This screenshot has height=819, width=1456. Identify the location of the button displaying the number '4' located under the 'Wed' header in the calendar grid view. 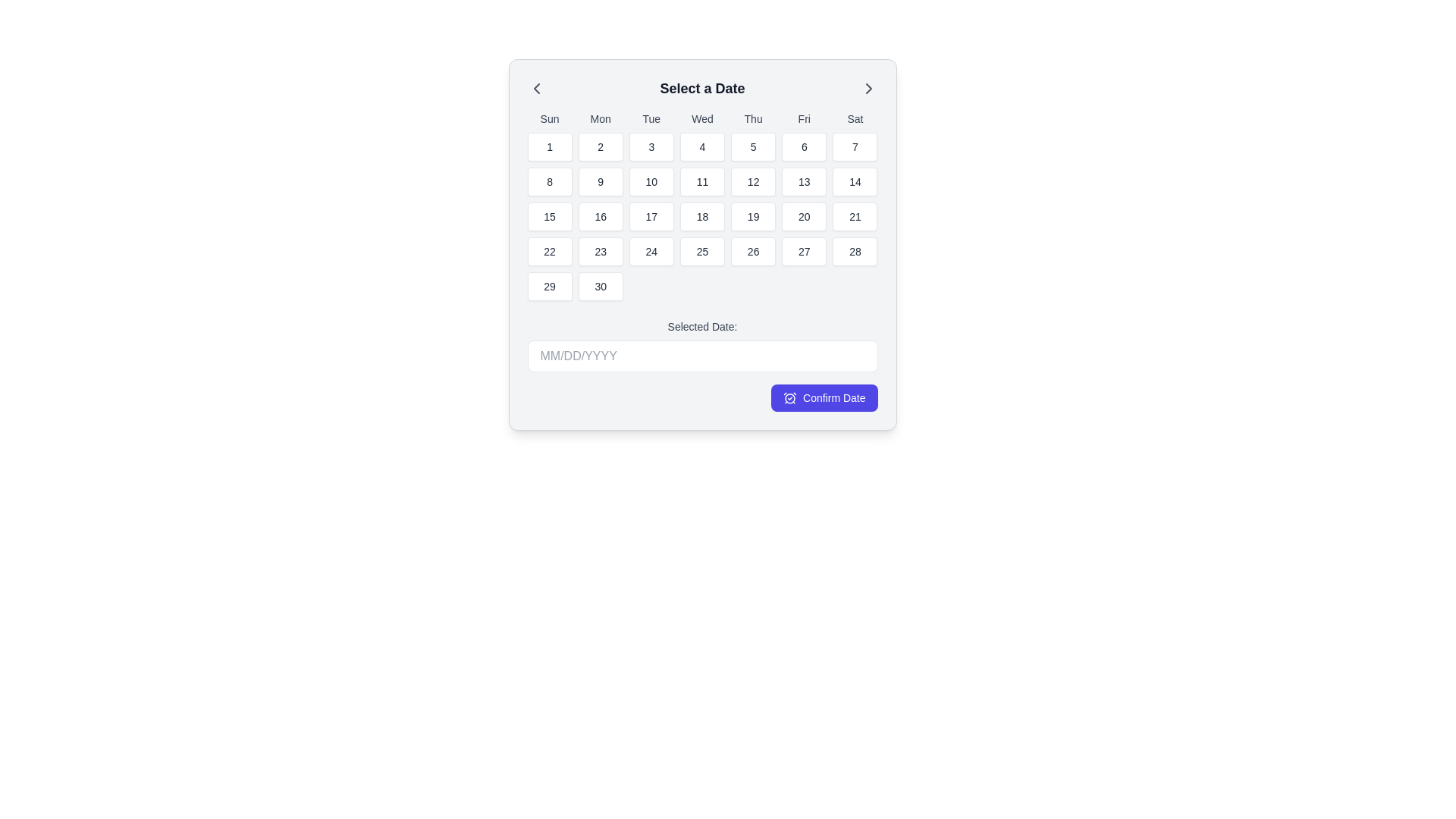
(701, 146).